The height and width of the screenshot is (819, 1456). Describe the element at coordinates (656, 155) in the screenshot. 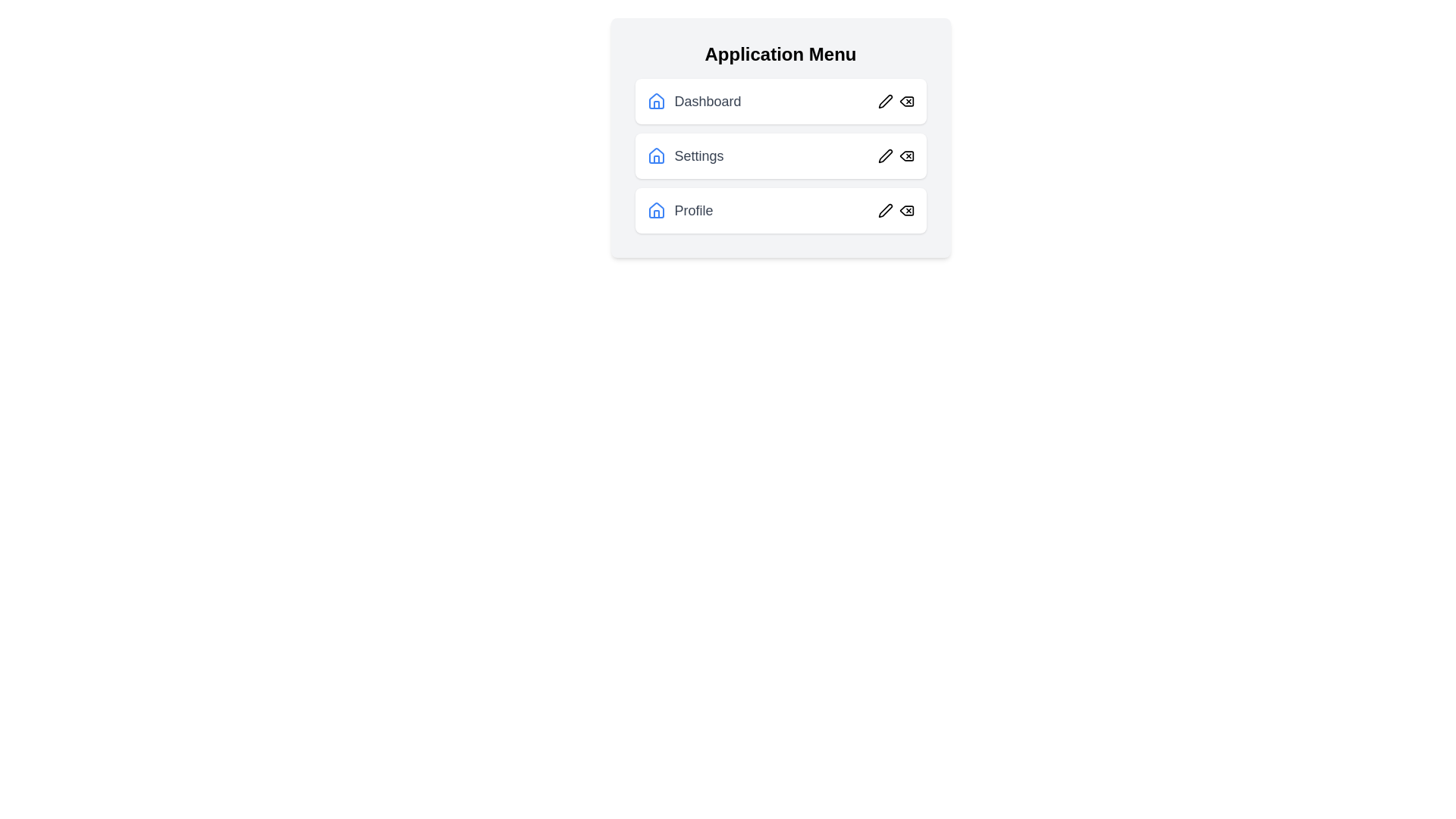

I see `the house-shaped icon with a blue outline located to the left of the 'Settings' text in the application menu` at that location.